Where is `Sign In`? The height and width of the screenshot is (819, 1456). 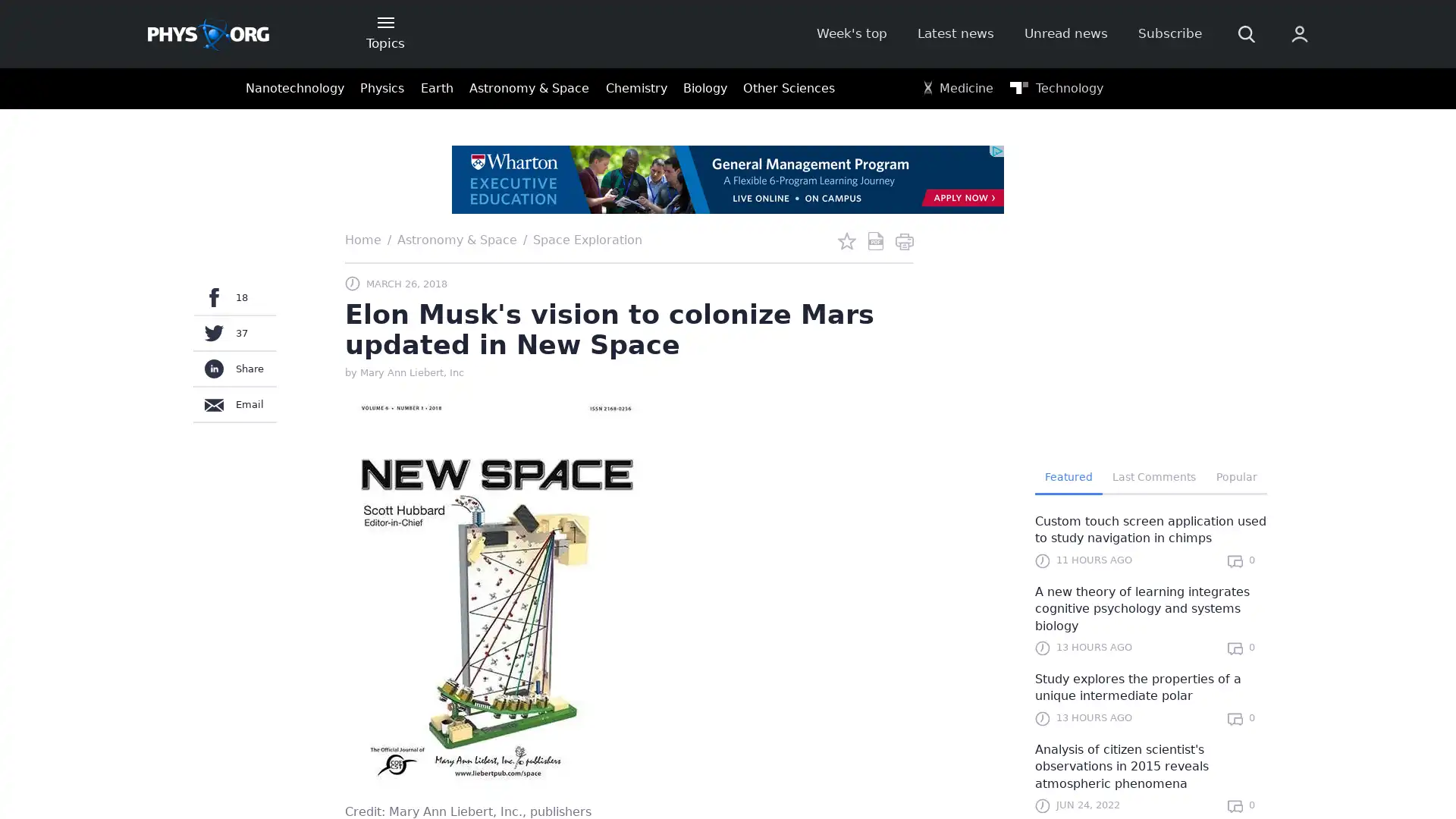
Sign In is located at coordinates (1112, 256).